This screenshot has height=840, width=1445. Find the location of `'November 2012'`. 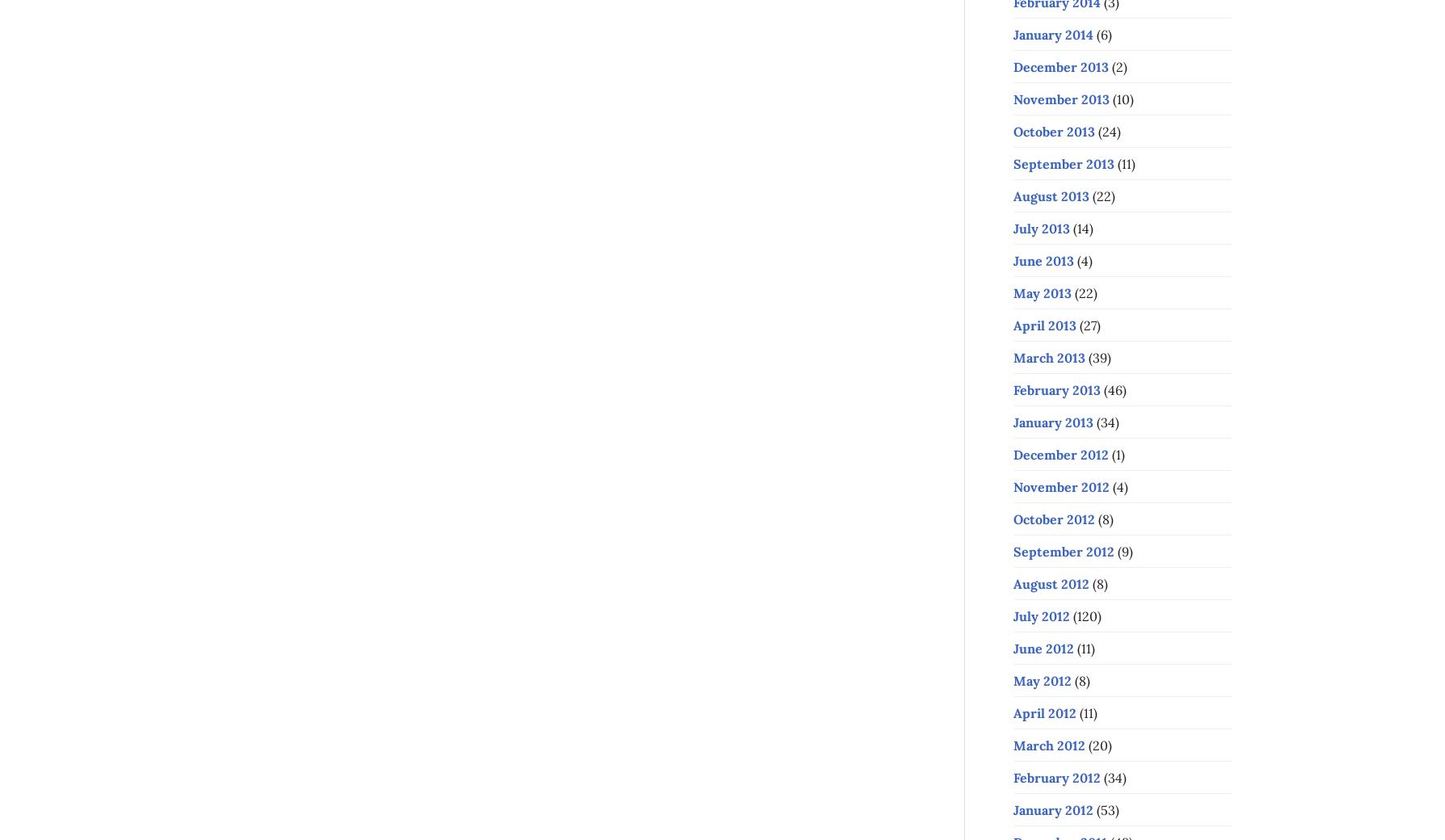

'November 2012' is located at coordinates (1060, 485).